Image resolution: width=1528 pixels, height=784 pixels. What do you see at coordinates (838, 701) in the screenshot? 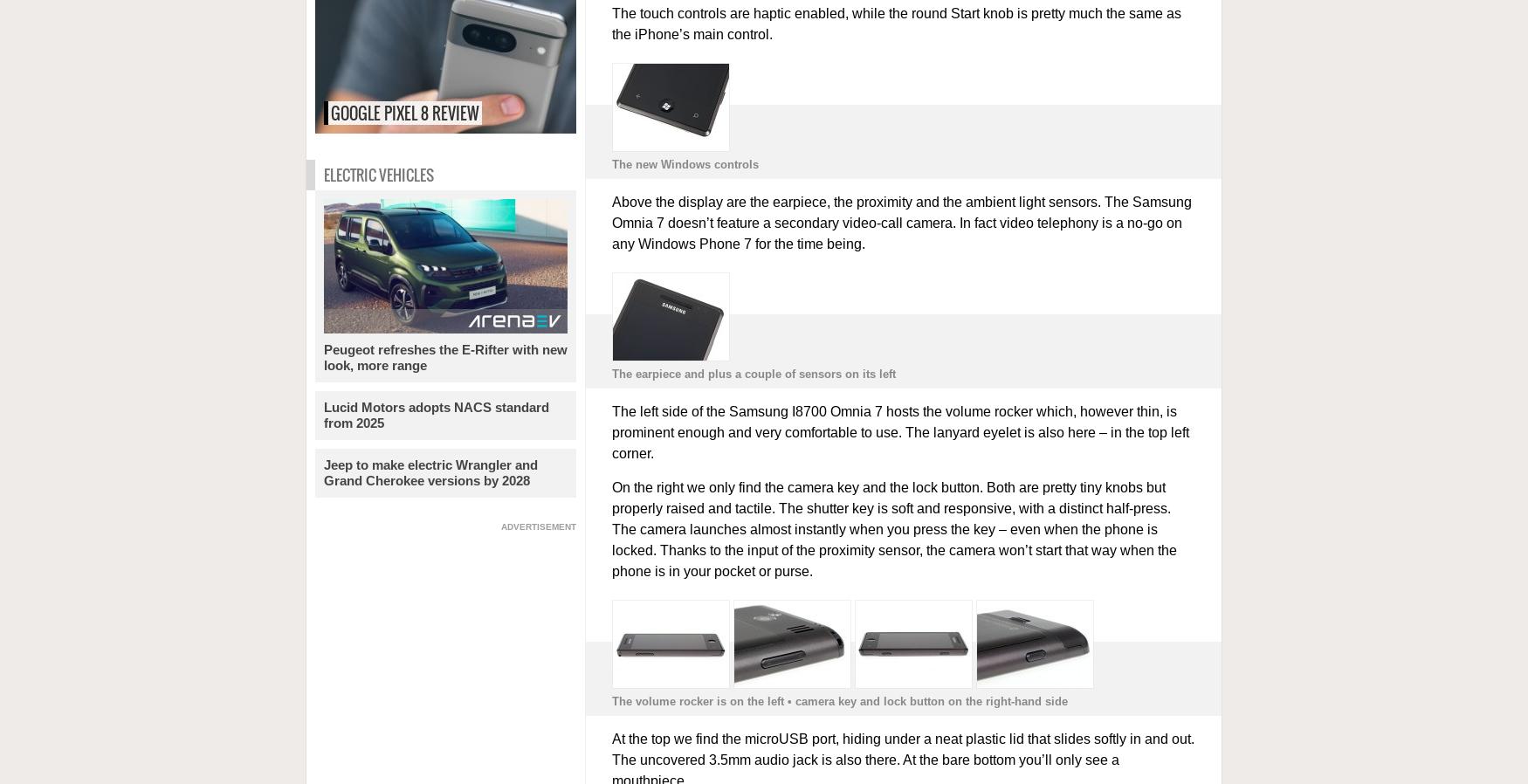
I see `'The volume rocker is on the left • camera key and lock button on the right-hand side'` at bounding box center [838, 701].